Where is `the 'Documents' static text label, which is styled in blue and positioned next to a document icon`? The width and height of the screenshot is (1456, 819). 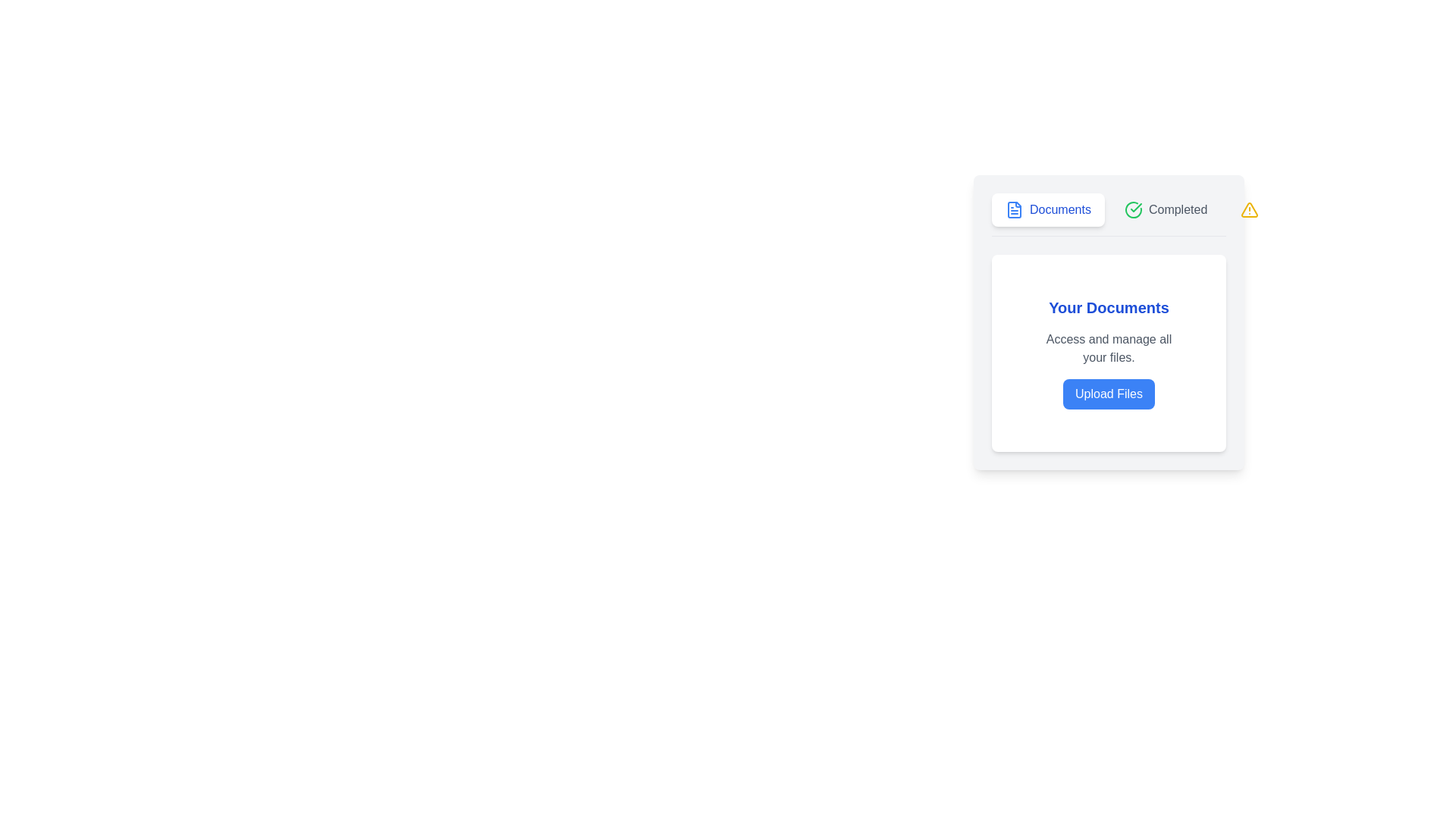
the 'Documents' static text label, which is styled in blue and positioned next to a document icon is located at coordinates (1059, 210).